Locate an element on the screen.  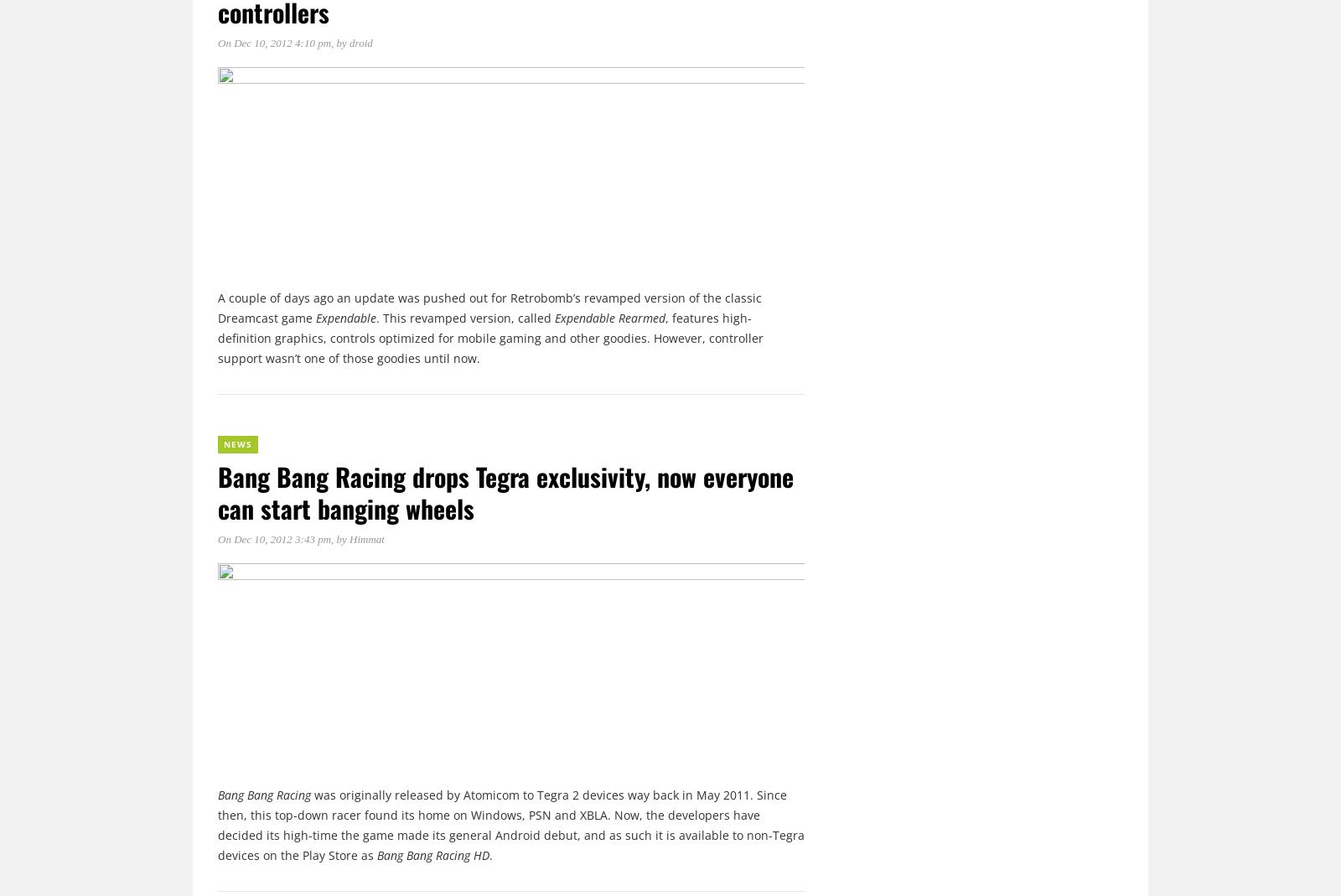
'A couple of days ago an update was pushed out for Retrobomb’s revamped version of the classic Dreamcast game' is located at coordinates (489, 308).